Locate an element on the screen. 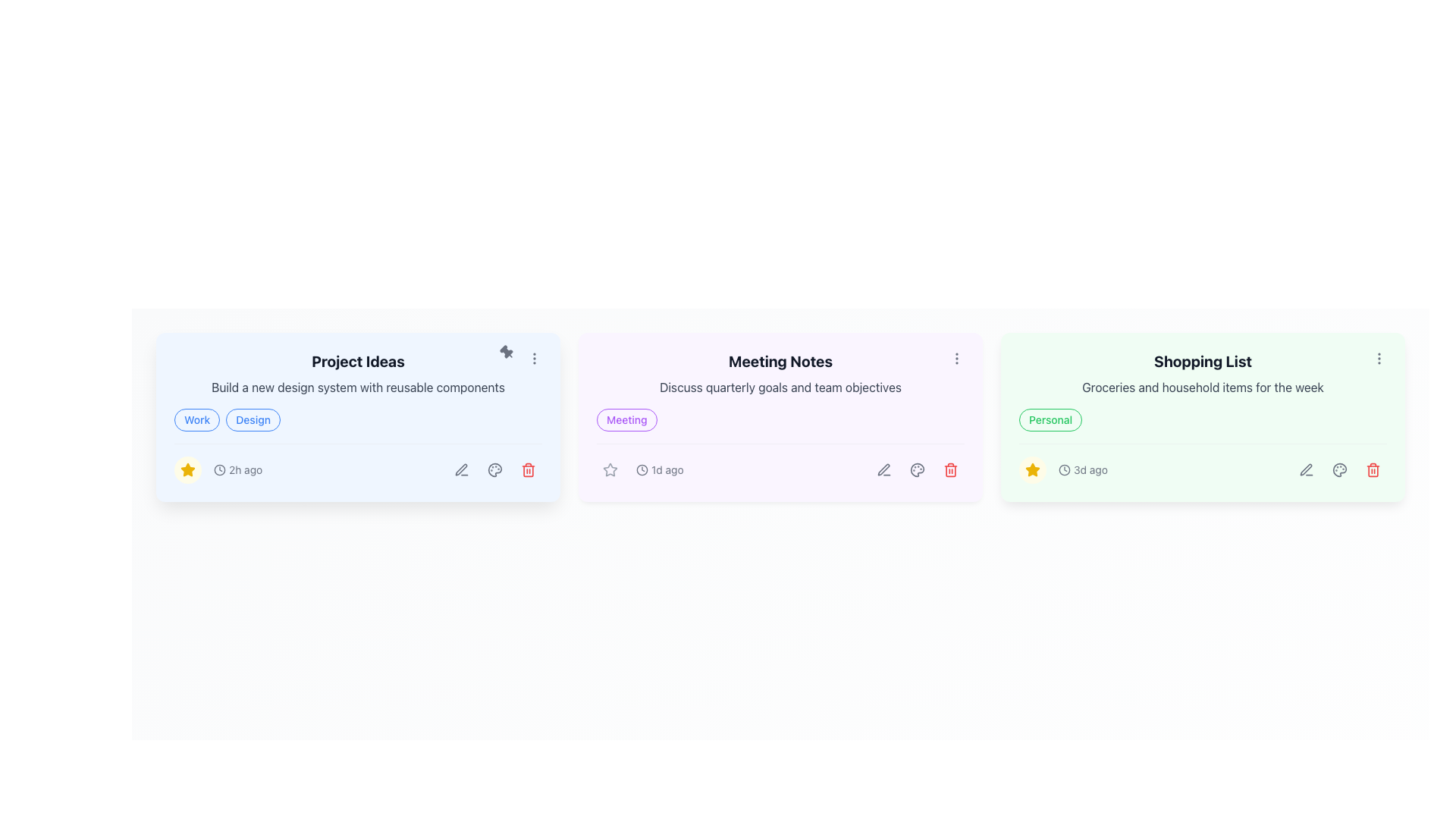 The width and height of the screenshot is (1456, 819). the trash bin icon, which is the third element in the actions section of the 'Project Ideas' card, to initiate deletion is located at coordinates (528, 469).